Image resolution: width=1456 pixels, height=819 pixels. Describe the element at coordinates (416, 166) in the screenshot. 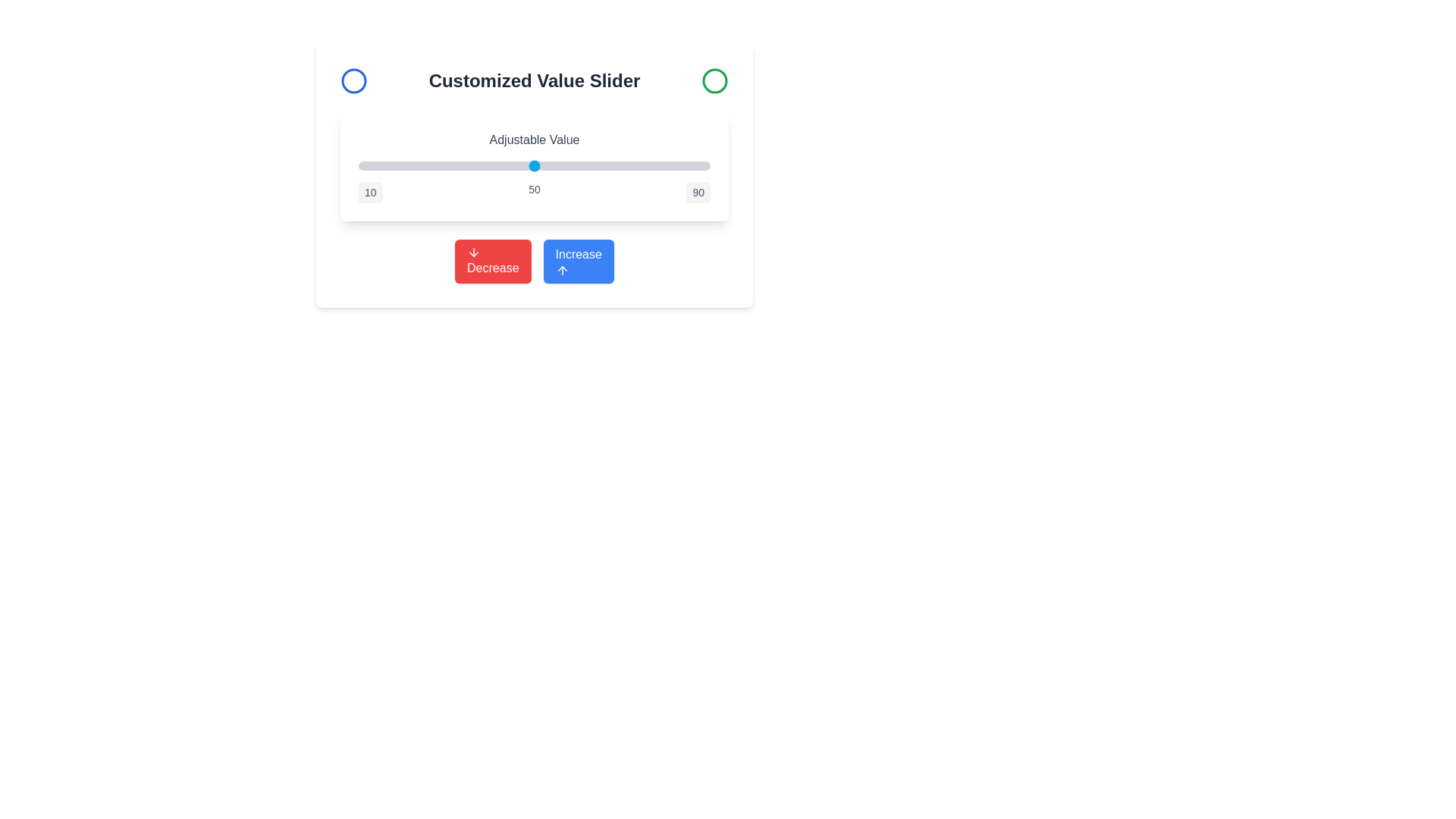

I see `adjustable value` at that location.